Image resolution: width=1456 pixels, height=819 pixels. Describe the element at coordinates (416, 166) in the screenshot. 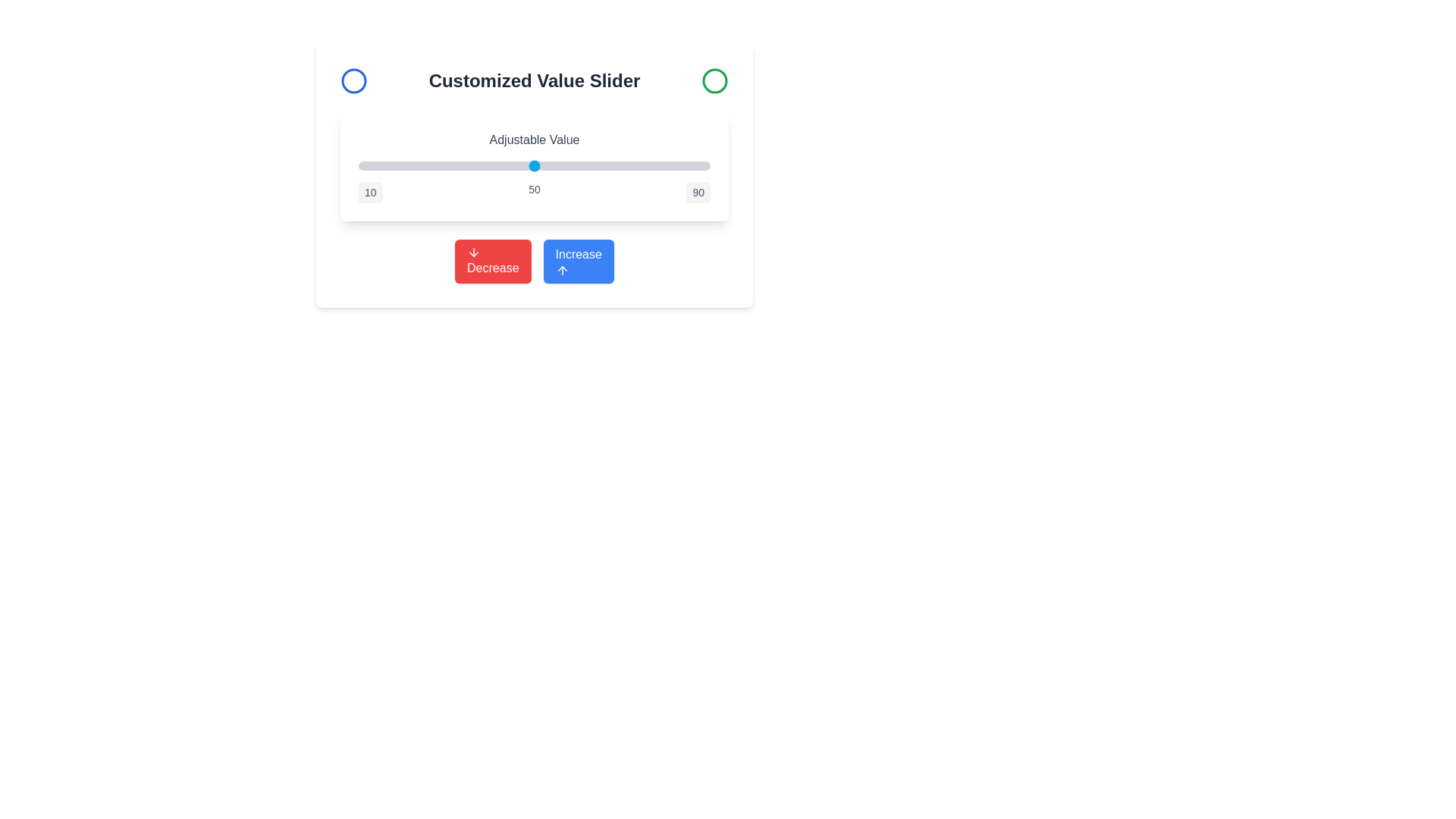

I see `adjustable value` at that location.